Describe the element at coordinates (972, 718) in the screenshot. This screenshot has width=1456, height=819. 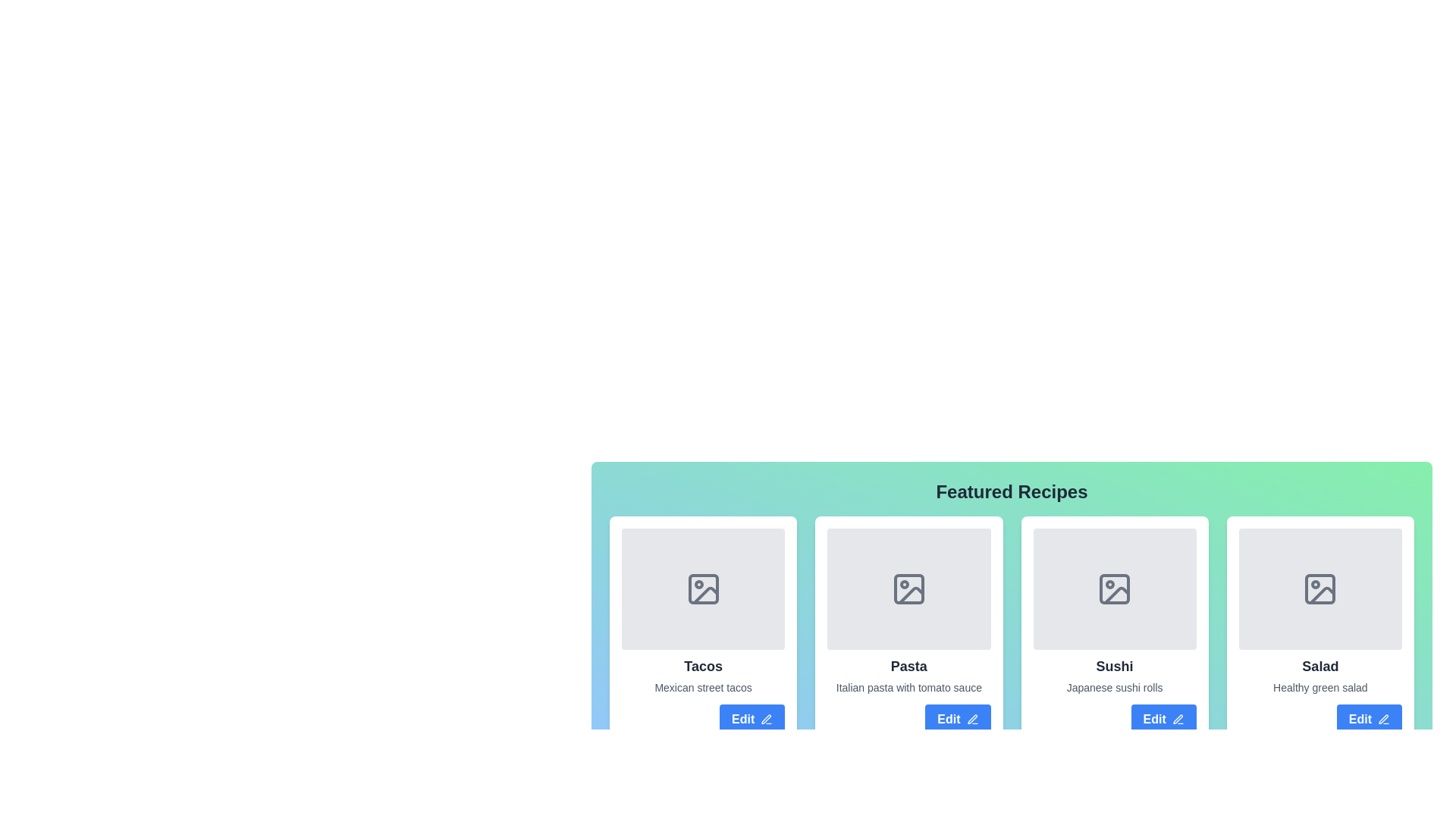
I see `the pen icon located to the right of the 'Edit' button text in the 'Pasta' recipe card` at that location.